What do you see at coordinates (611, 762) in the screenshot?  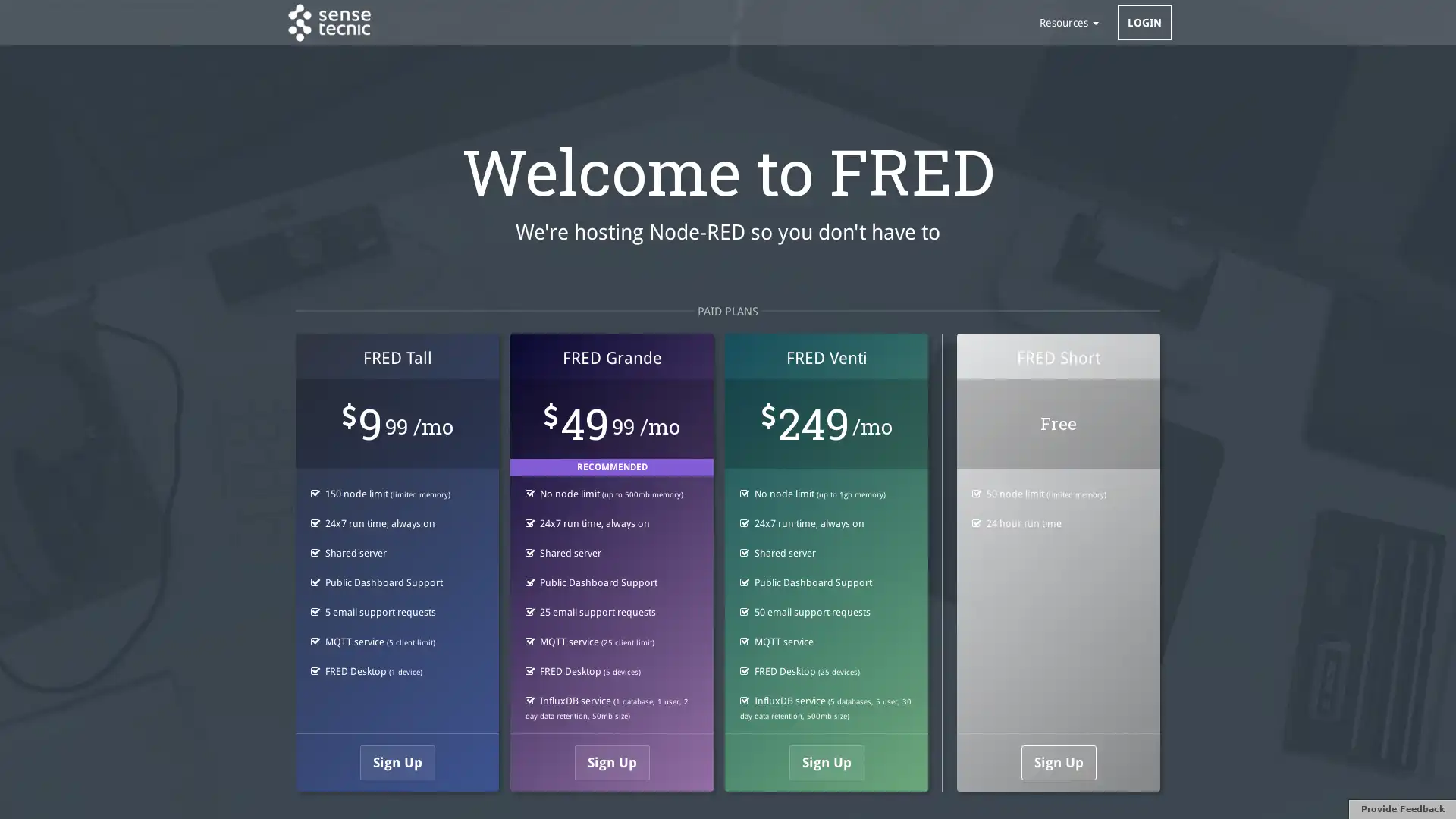 I see `Sign Up` at bounding box center [611, 762].